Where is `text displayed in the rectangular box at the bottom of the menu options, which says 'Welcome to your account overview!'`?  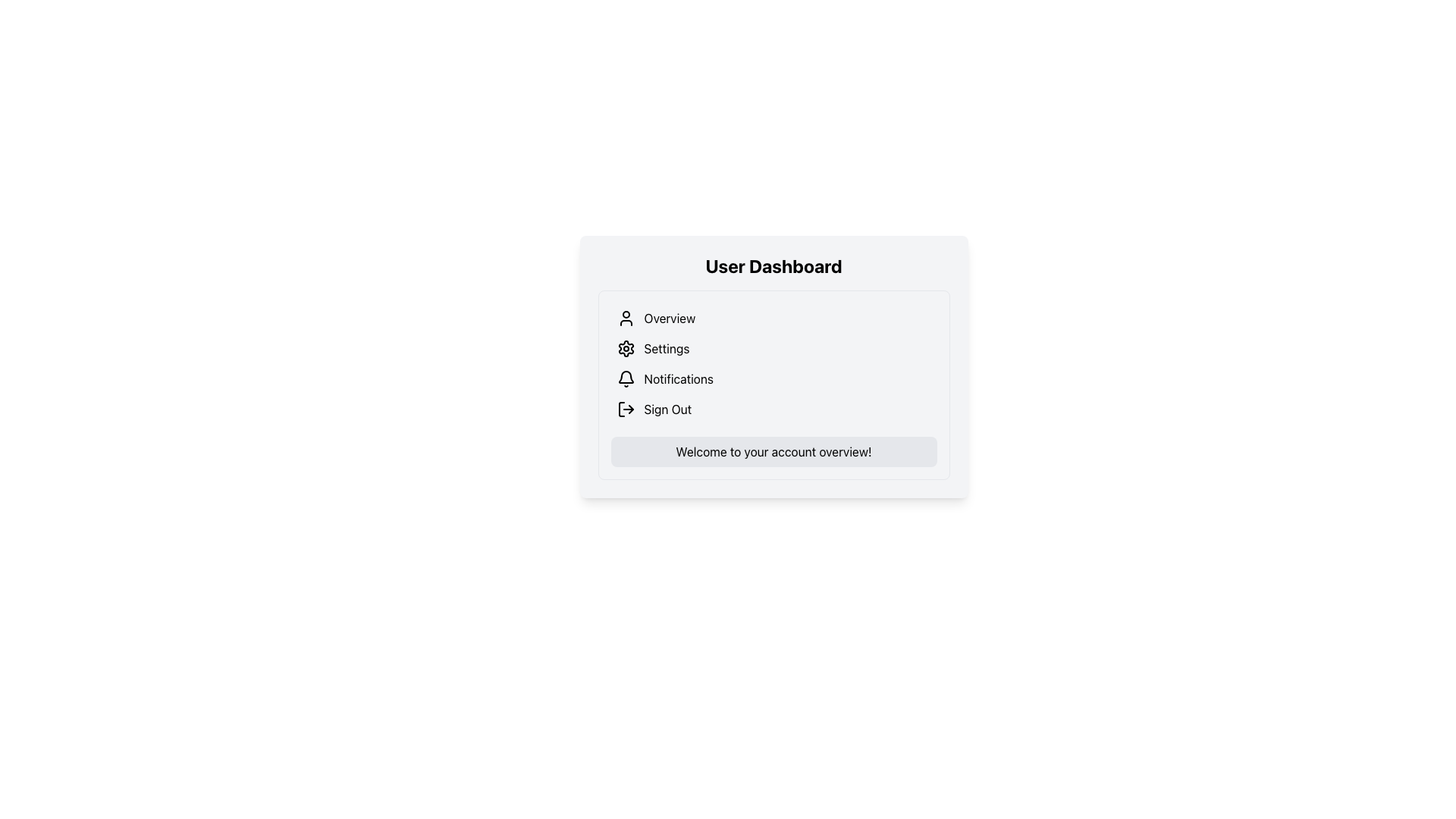
text displayed in the rectangular box at the bottom of the menu options, which says 'Welcome to your account overview!' is located at coordinates (773, 451).